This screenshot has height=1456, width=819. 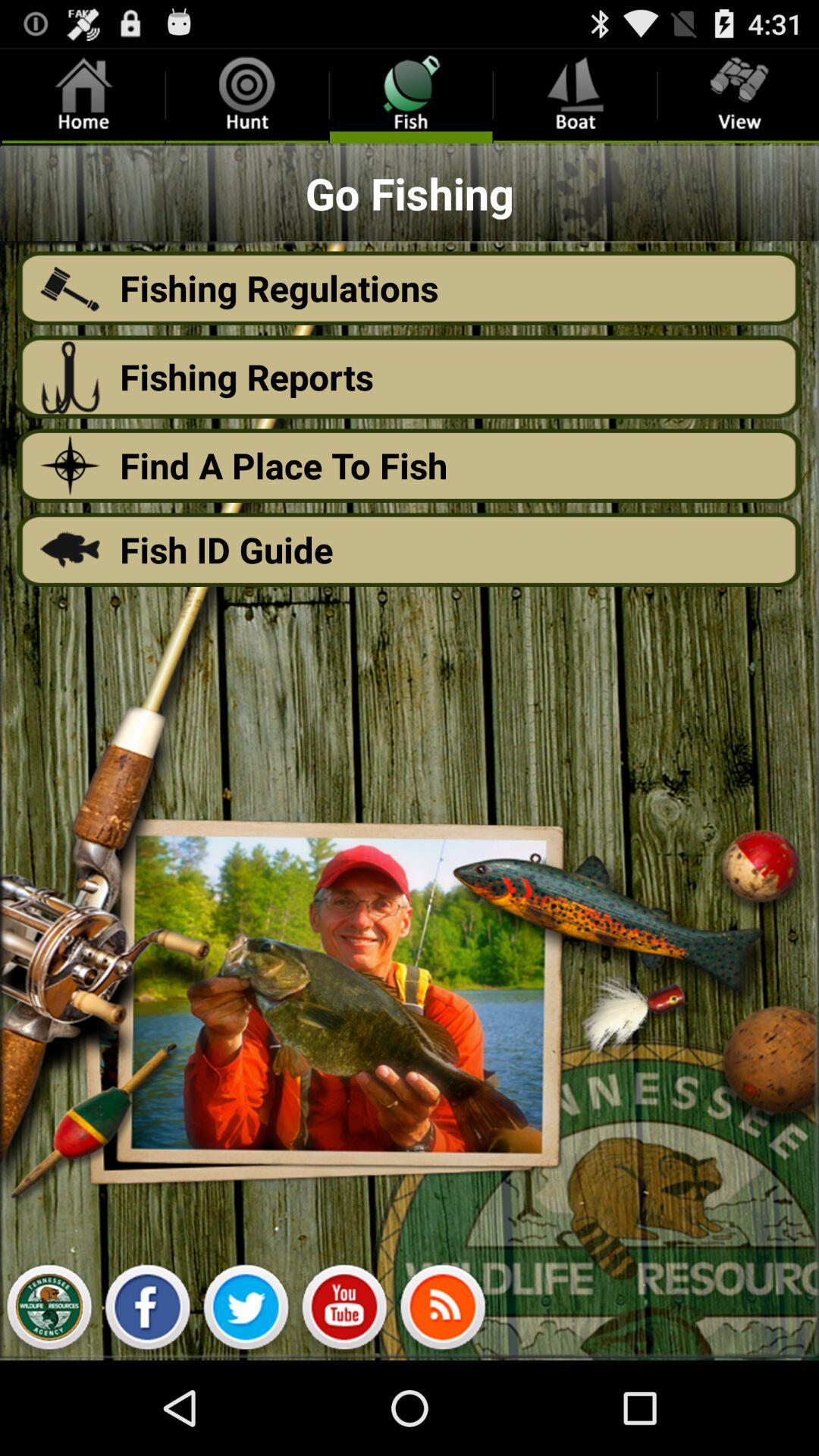 What do you see at coordinates (245, 1310) in the screenshot?
I see `twitter` at bounding box center [245, 1310].